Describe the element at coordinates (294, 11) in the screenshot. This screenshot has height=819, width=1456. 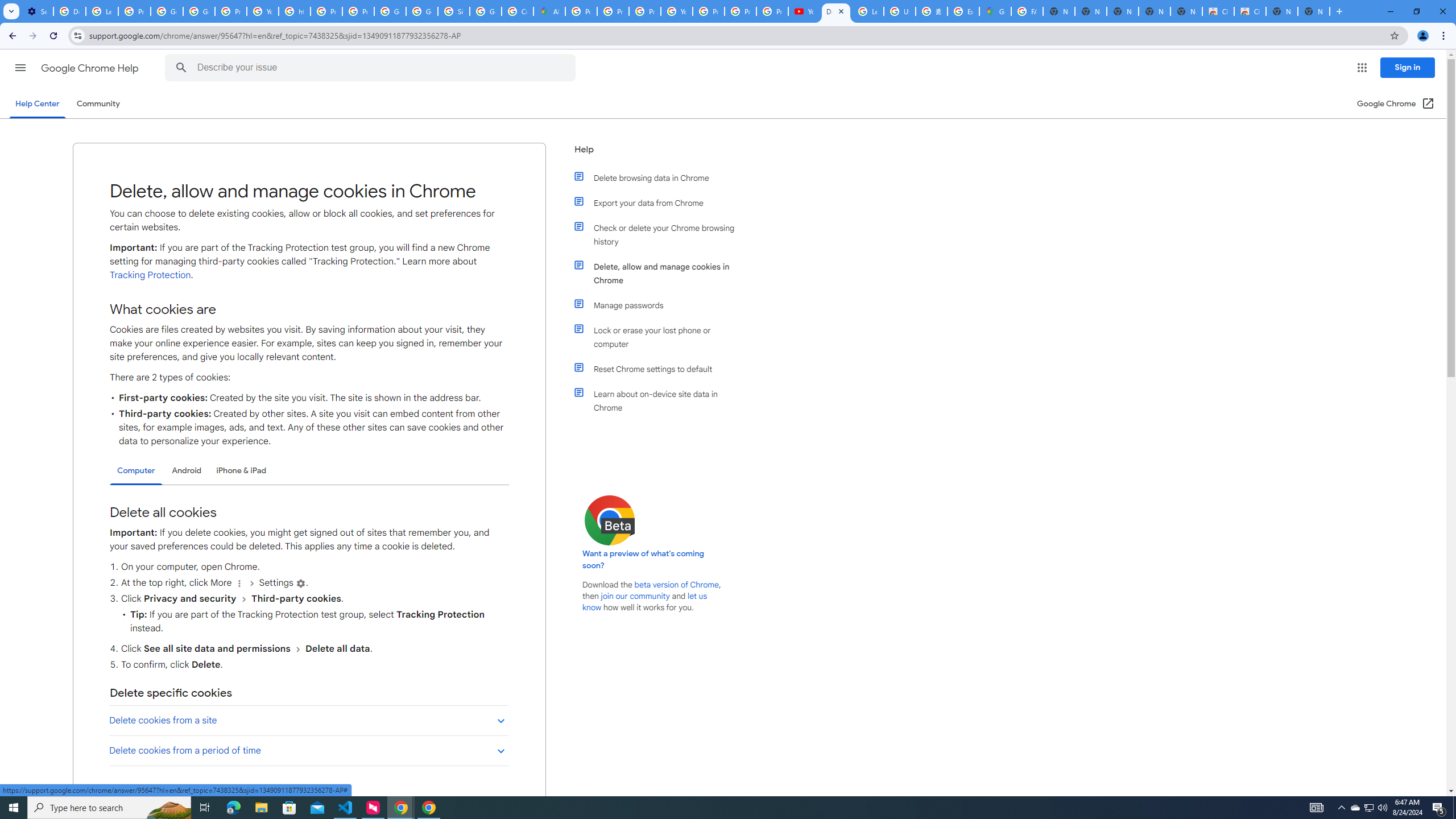
I see `'https://scholar.google.com/'` at that location.